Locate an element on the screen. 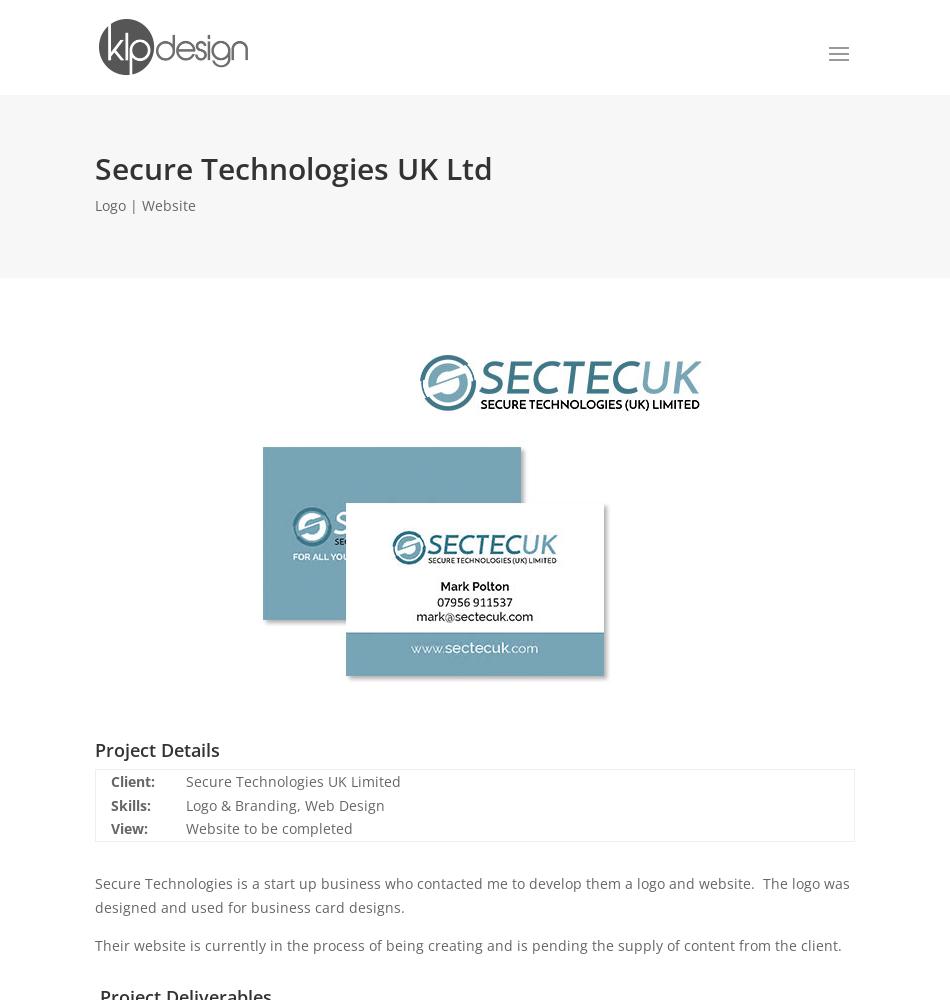 Image resolution: width=950 pixels, height=1000 pixels. 'Secure Technologies is a start up business who contacted me to develop them a logo and website.  The logo was designed and used for business card designs.' is located at coordinates (471, 895).